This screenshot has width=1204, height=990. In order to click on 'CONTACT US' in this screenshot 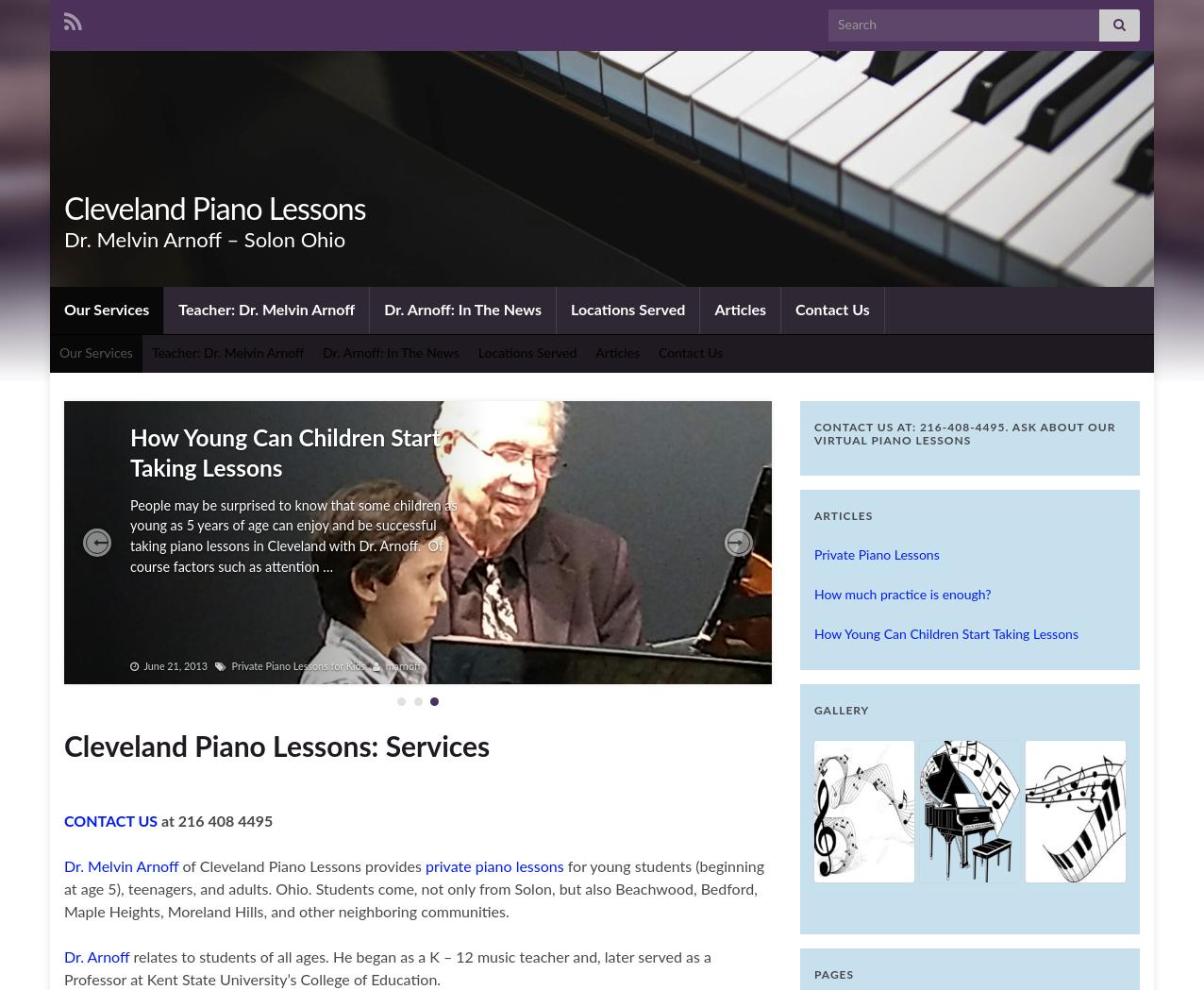, I will do `click(110, 821)`.